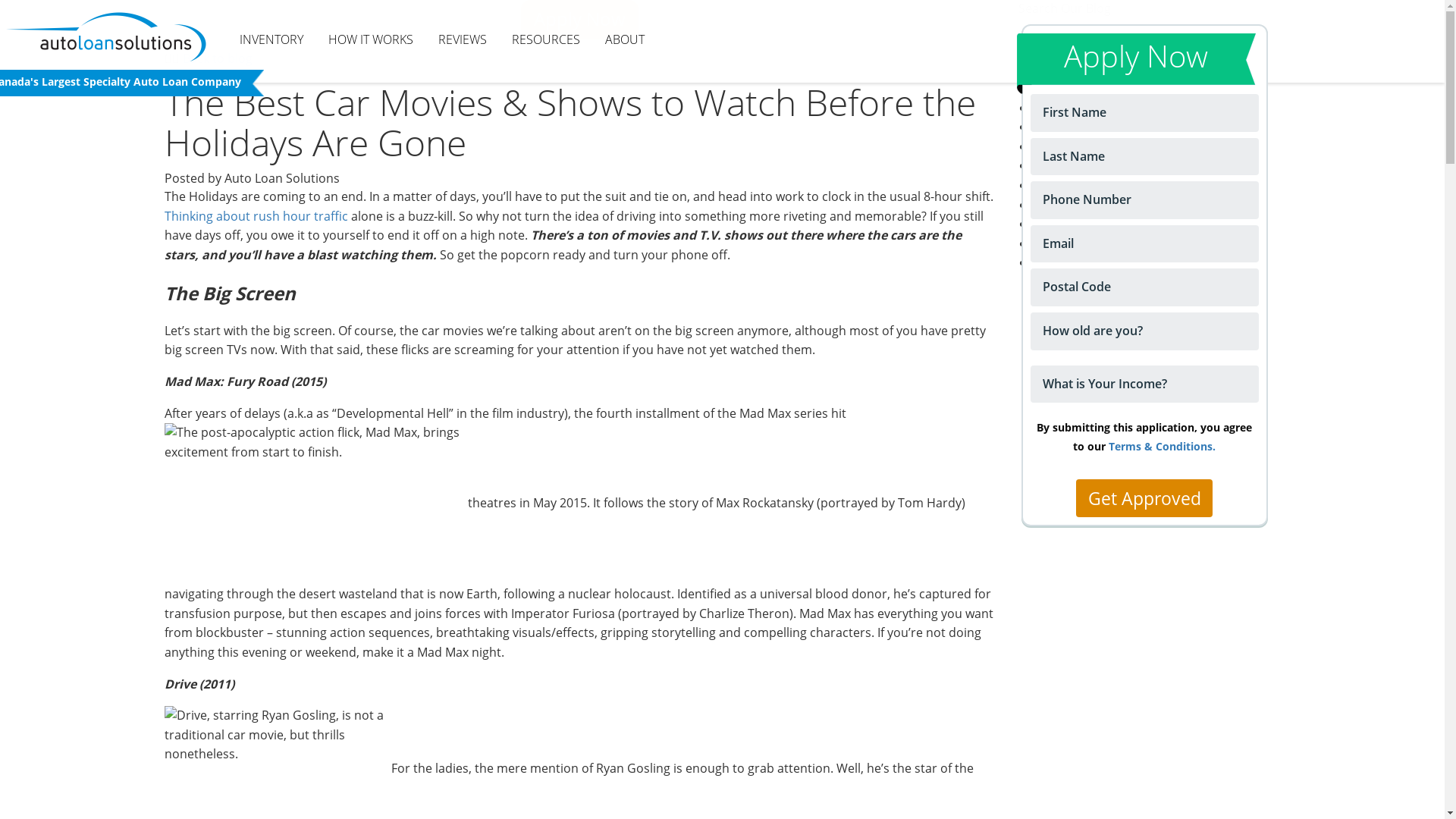 This screenshot has width=1456, height=819. I want to click on 'INVENTORY', so click(271, 39).